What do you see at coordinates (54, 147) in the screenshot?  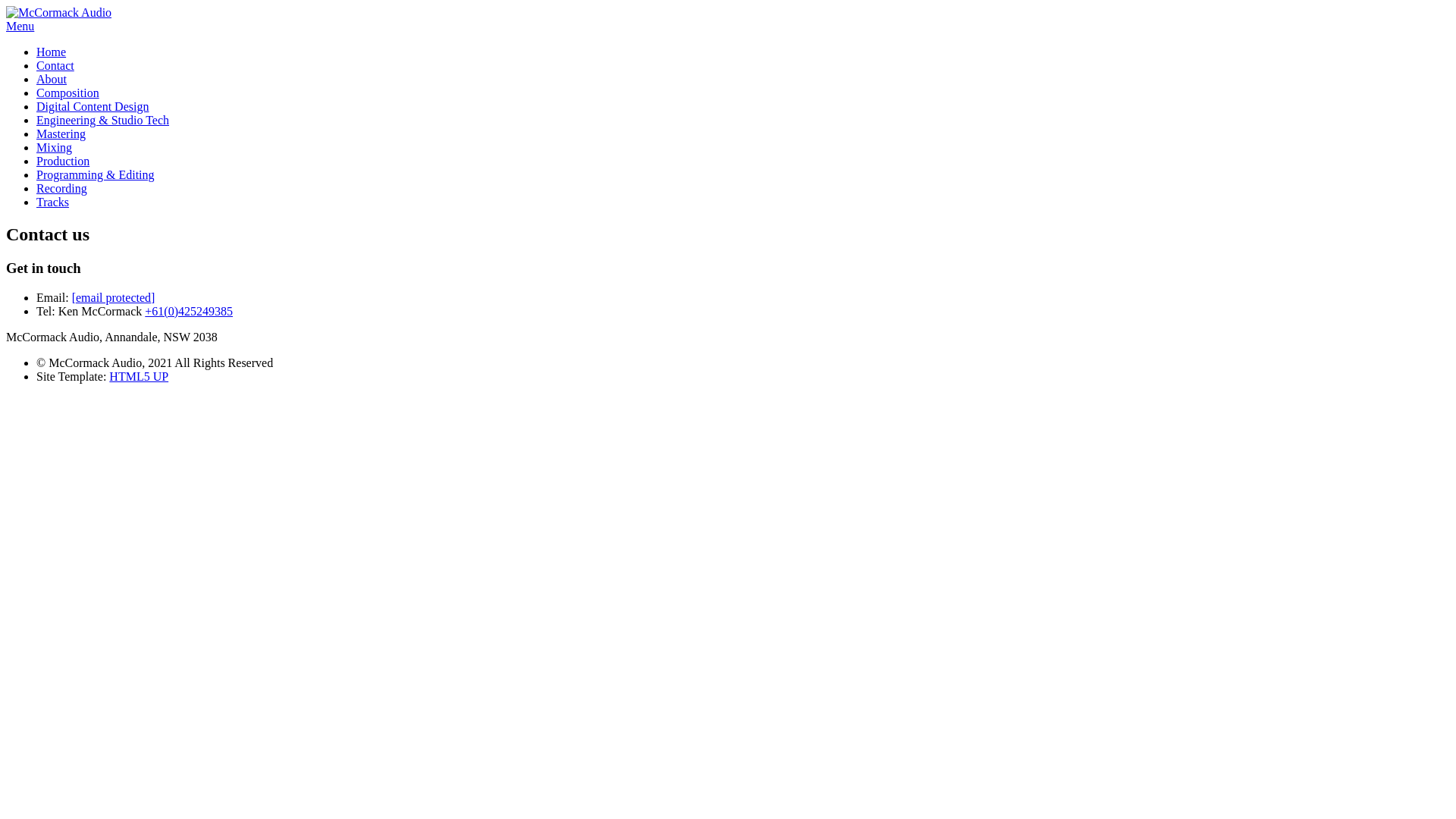 I see `'Mixing'` at bounding box center [54, 147].